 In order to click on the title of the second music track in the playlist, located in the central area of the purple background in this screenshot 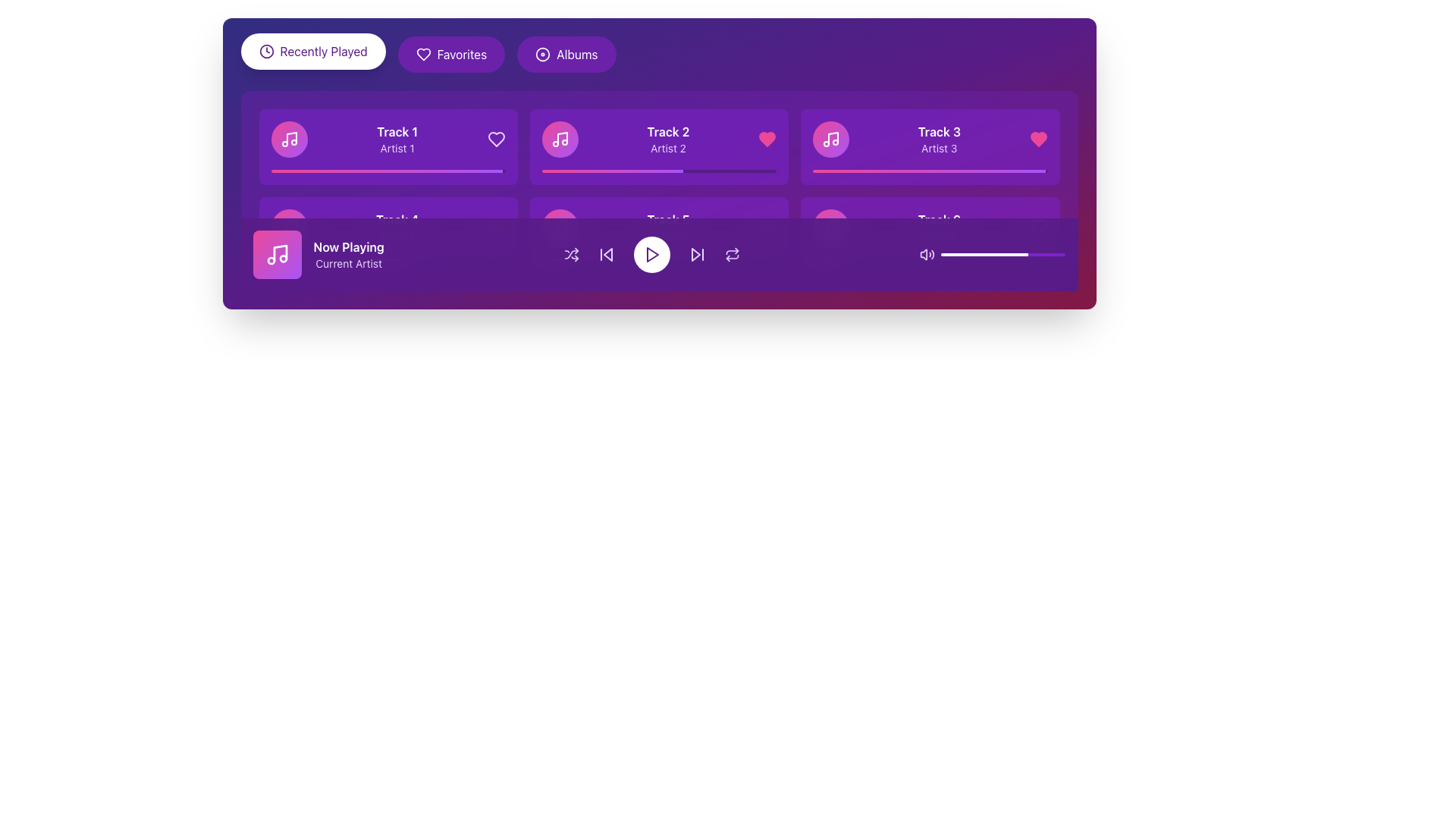, I will do `click(659, 140)`.